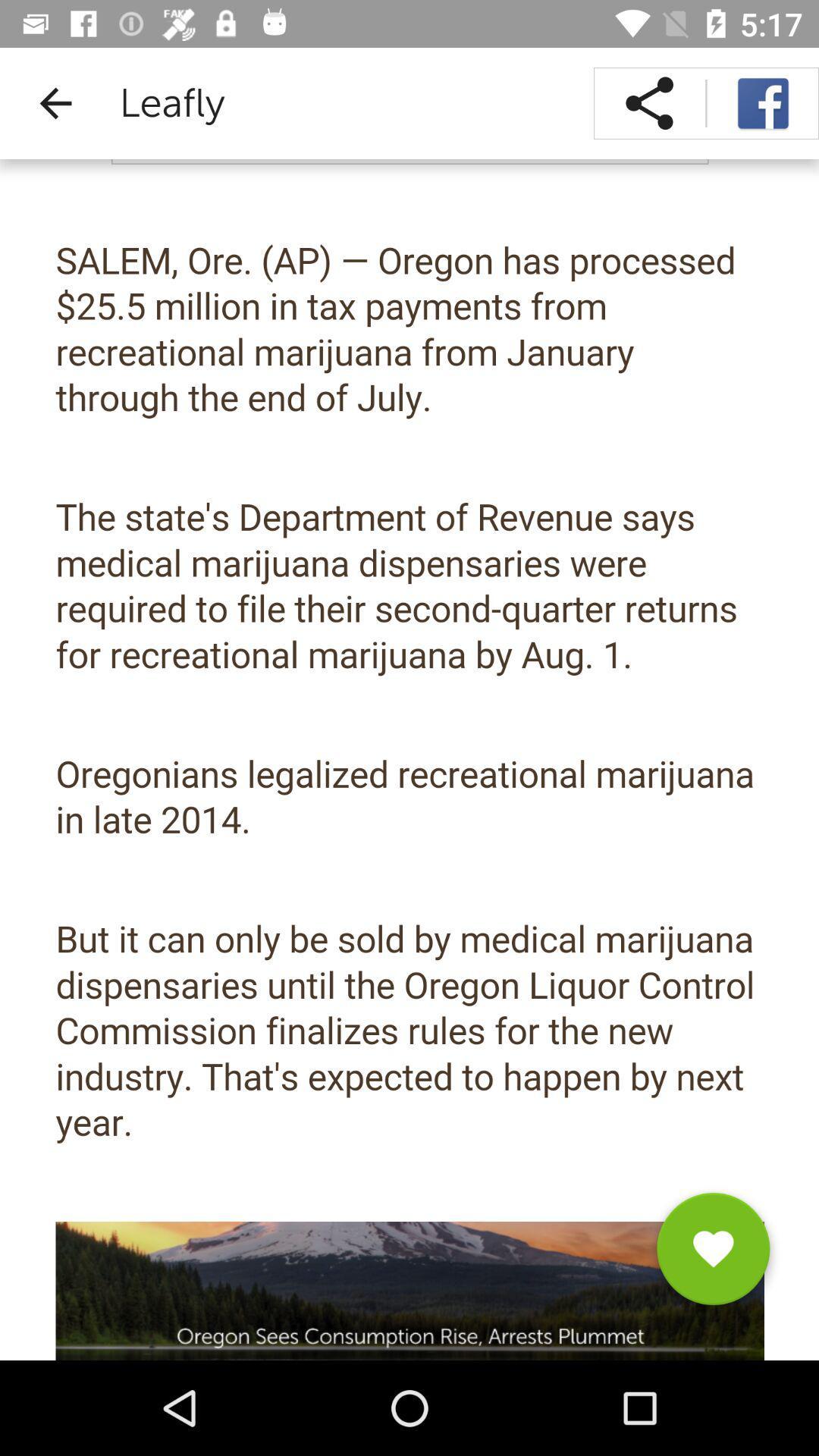  What do you see at coordinates (713, 1254) in the screenshot?
I see `the favorite icon` at bounding box center [713, 1254].